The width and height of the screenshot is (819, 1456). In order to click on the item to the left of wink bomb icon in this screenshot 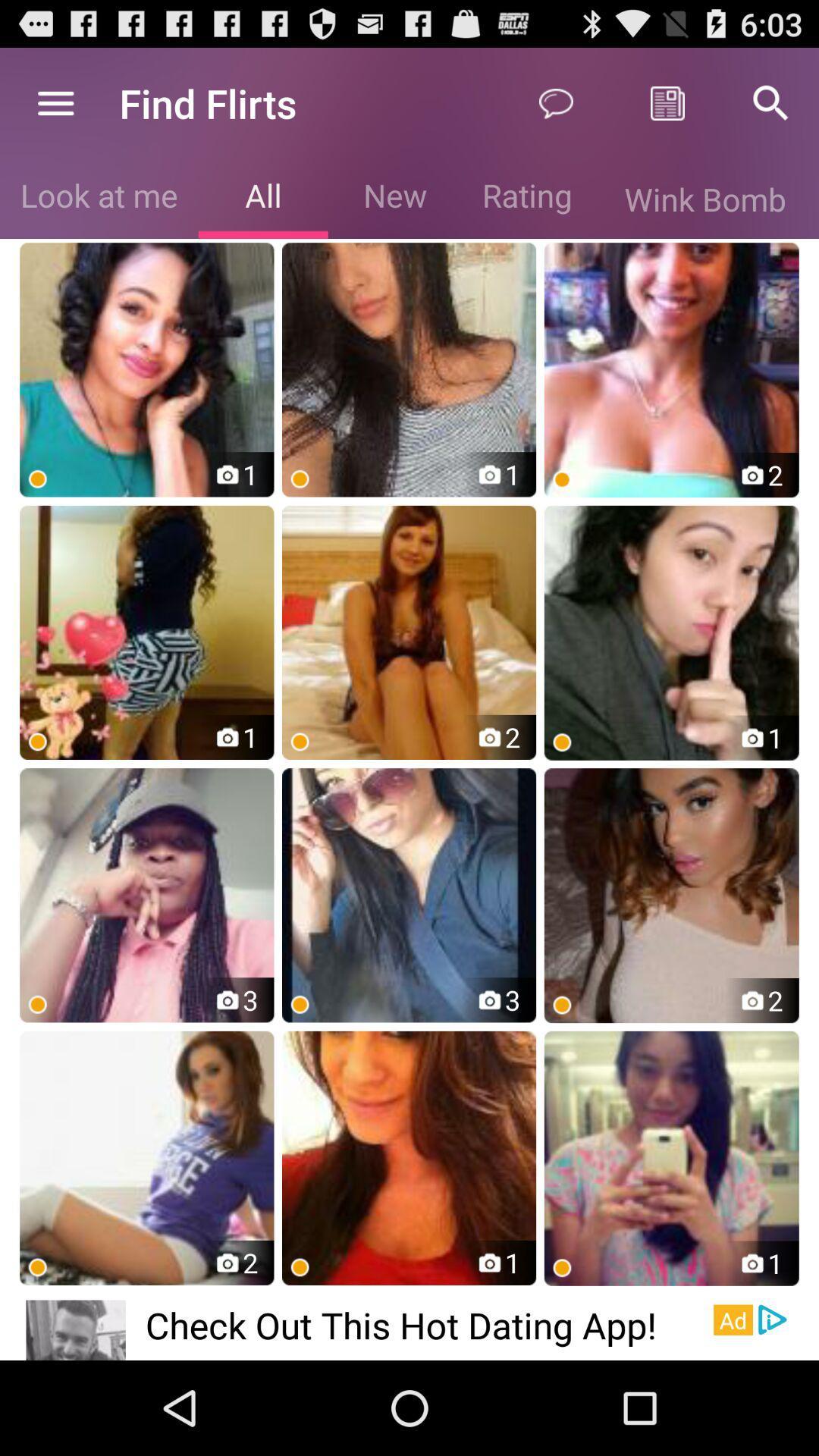, I will do `click(526, 198)`.